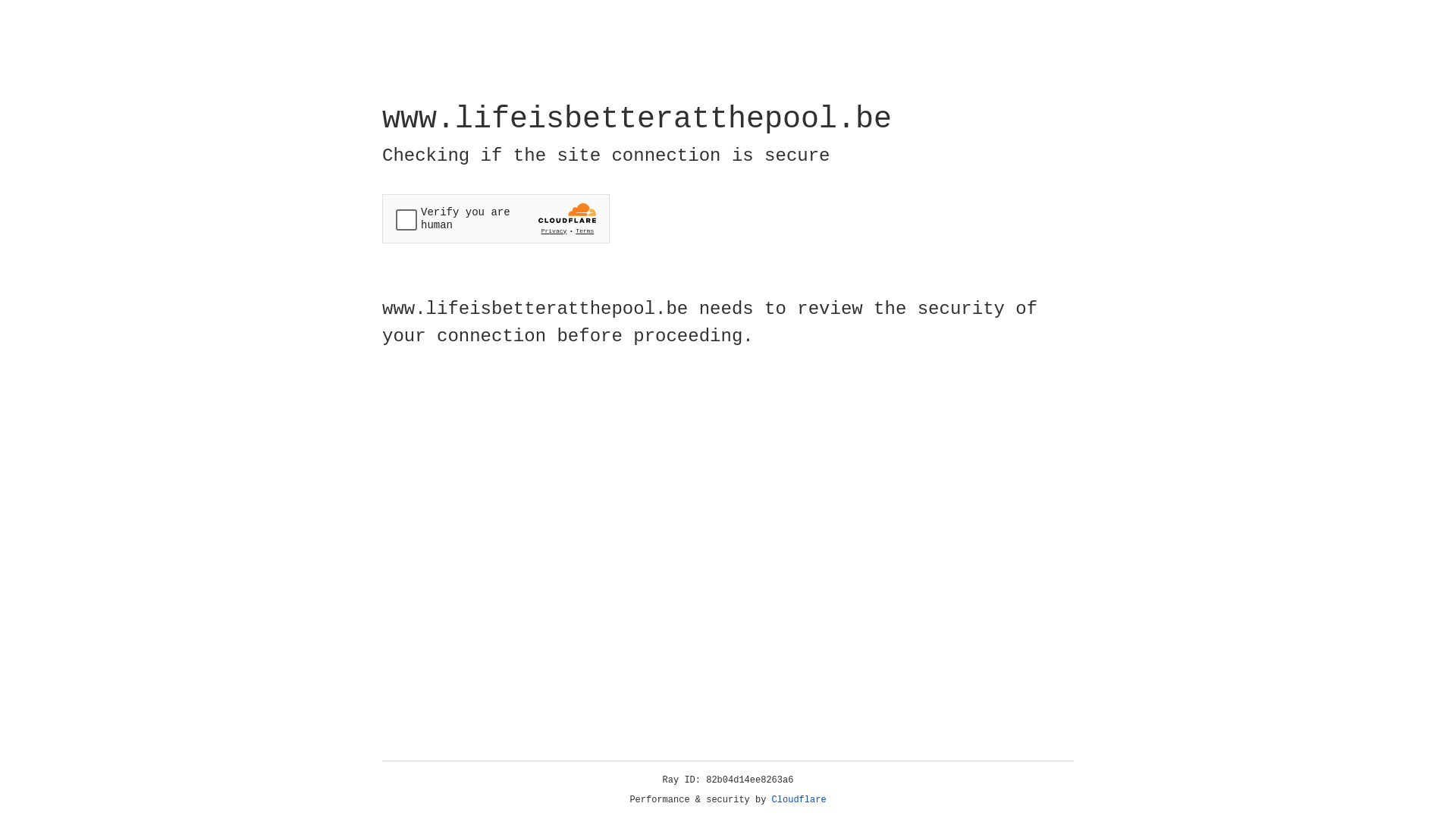  What do you see at coordinates (799, 799) in the screenshot?
I see `'Cloudflare'` at bounding box center [799, 799].